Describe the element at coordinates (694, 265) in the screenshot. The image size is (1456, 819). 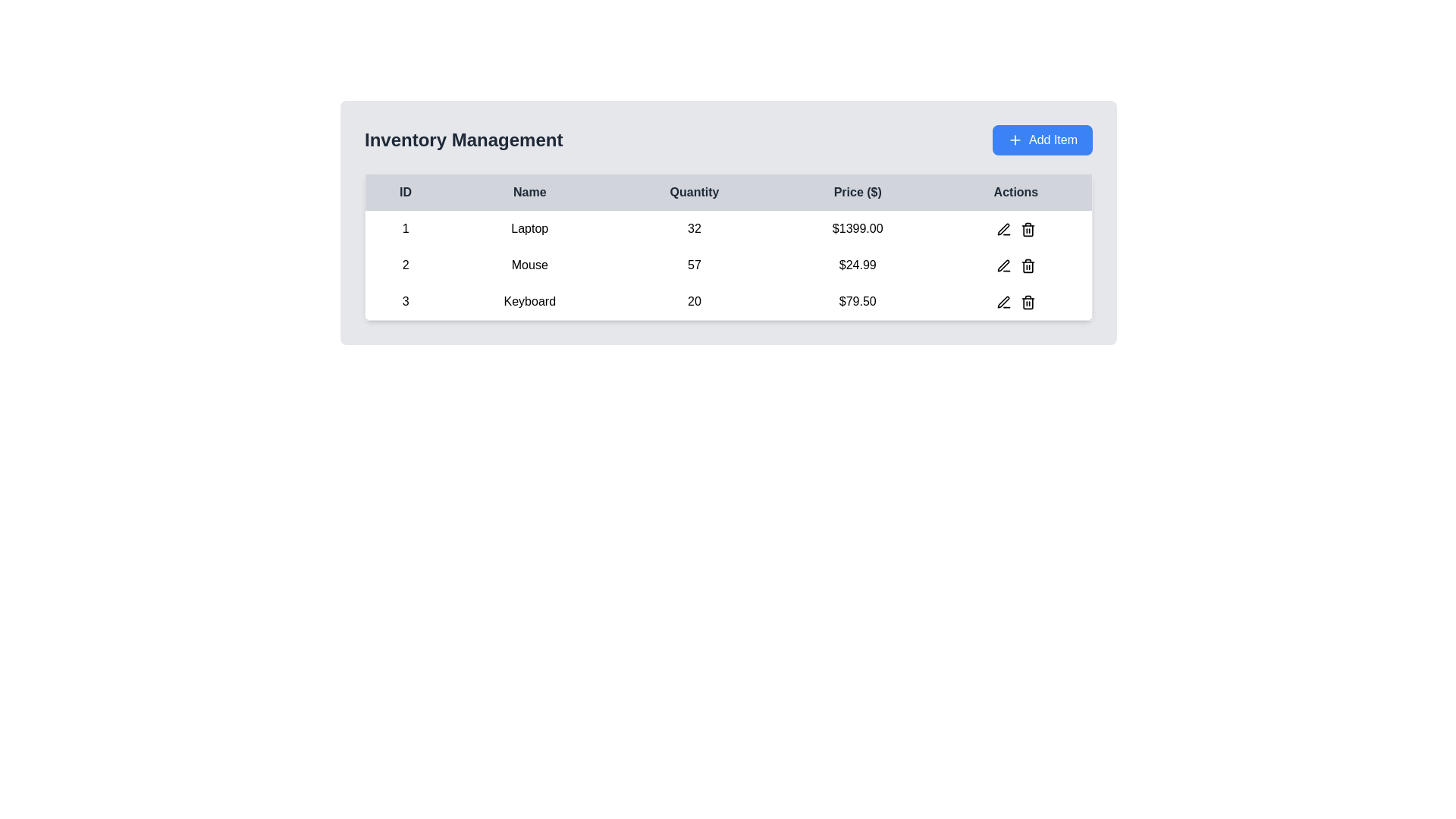
I see `the text label element displaying '57' in the 'Quantity' column of the table, located in the second row, next to the 'Mouse' cell on the left and the '$24.99' cell on the right` at that location.